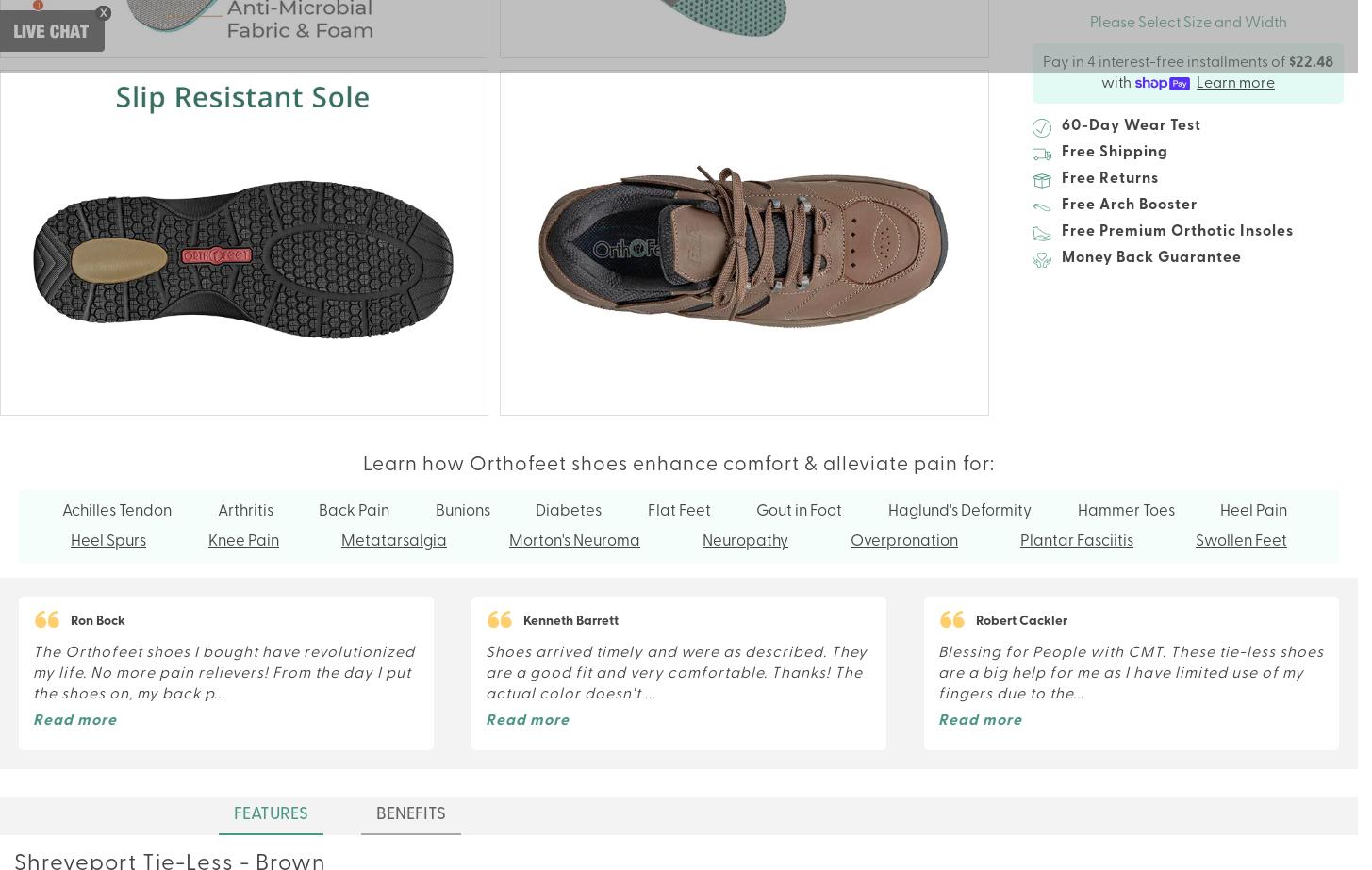  Describe the element at coordinates (678, 464) in the screenshot. I see `'Learn how Orthofeet shoes enhance comfort & alleviate pain for:'` at that location.